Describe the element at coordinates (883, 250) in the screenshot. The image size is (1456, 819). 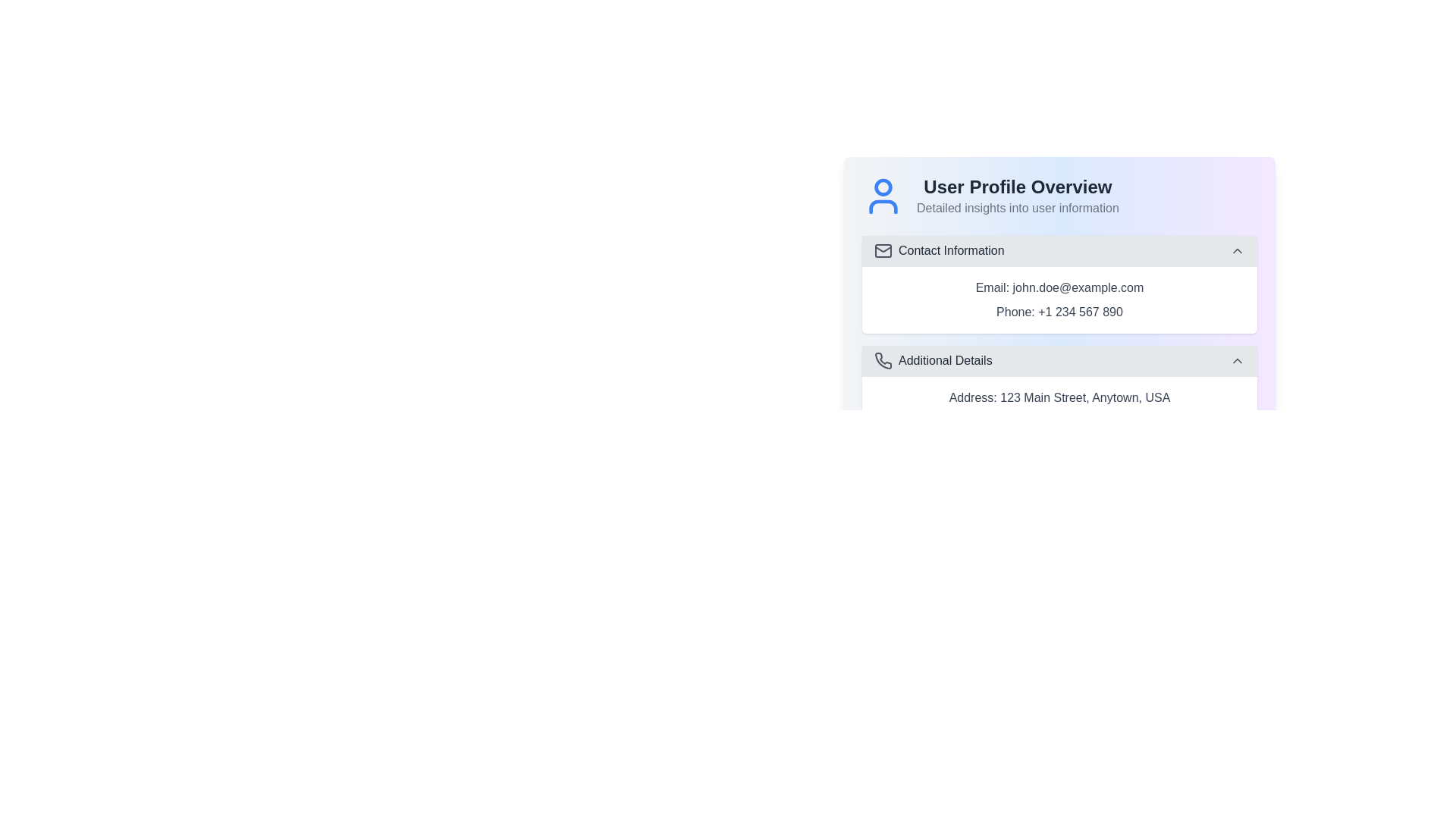
I see `the contact information icon located to the left of the 'Contact Information' text in the 'User Profile Overview' page` at that location.